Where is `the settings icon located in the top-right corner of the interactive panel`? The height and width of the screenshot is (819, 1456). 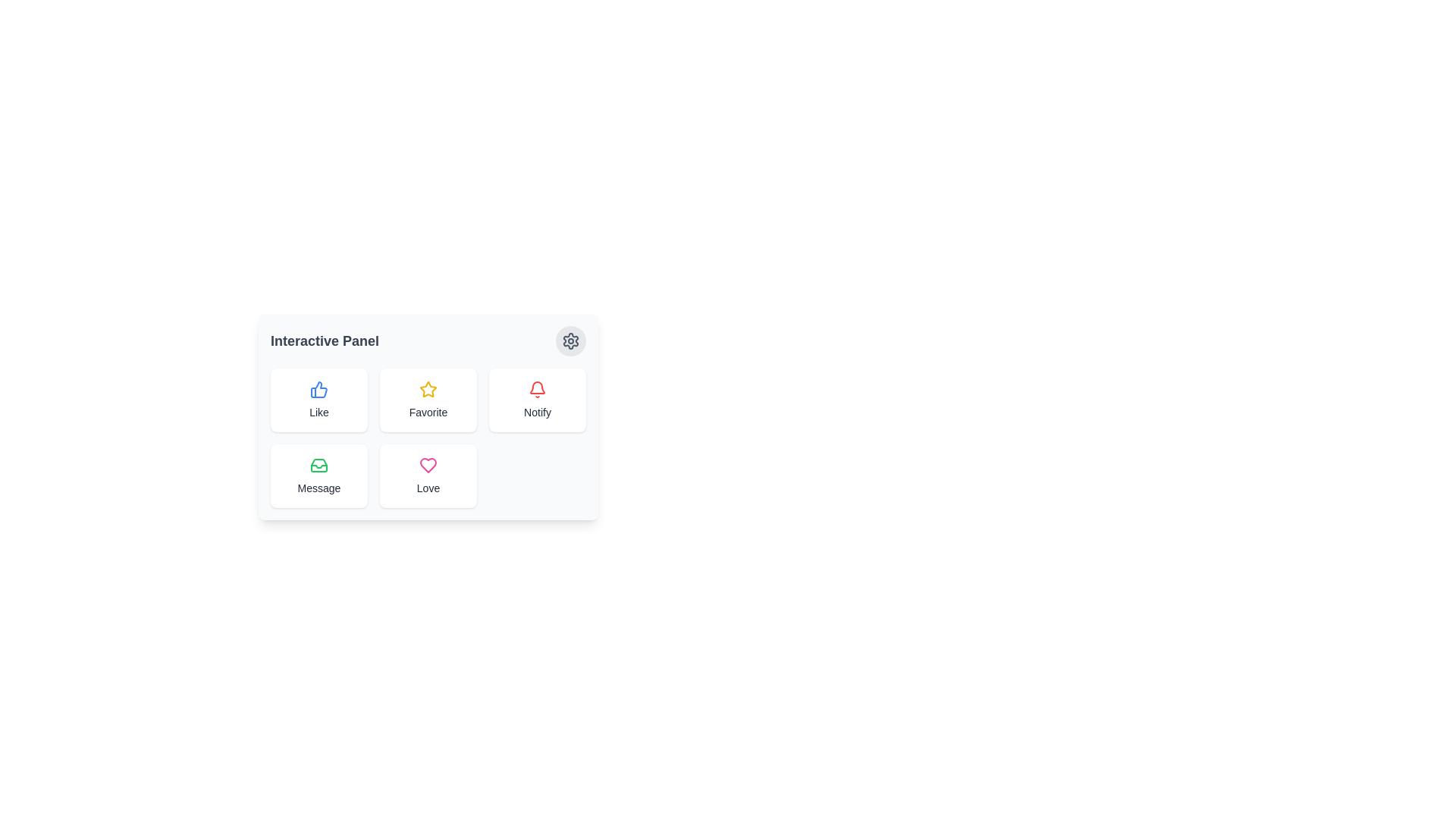 the settings icon located in the top-right corner of the interactive panel is located at coordinates (570, 341).